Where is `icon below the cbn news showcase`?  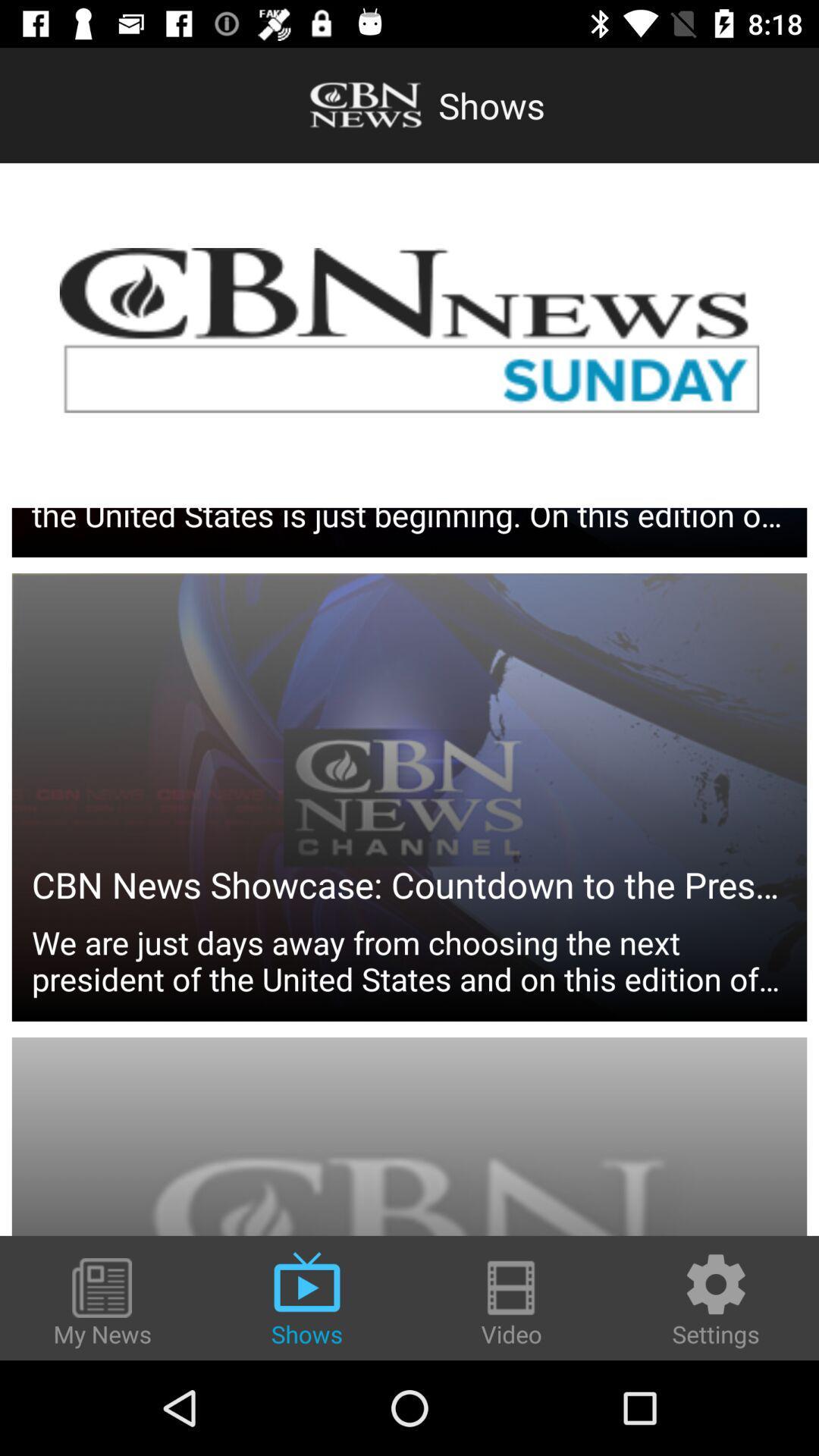 icon below the cbn news showcase is located at coordinates (409, 833).